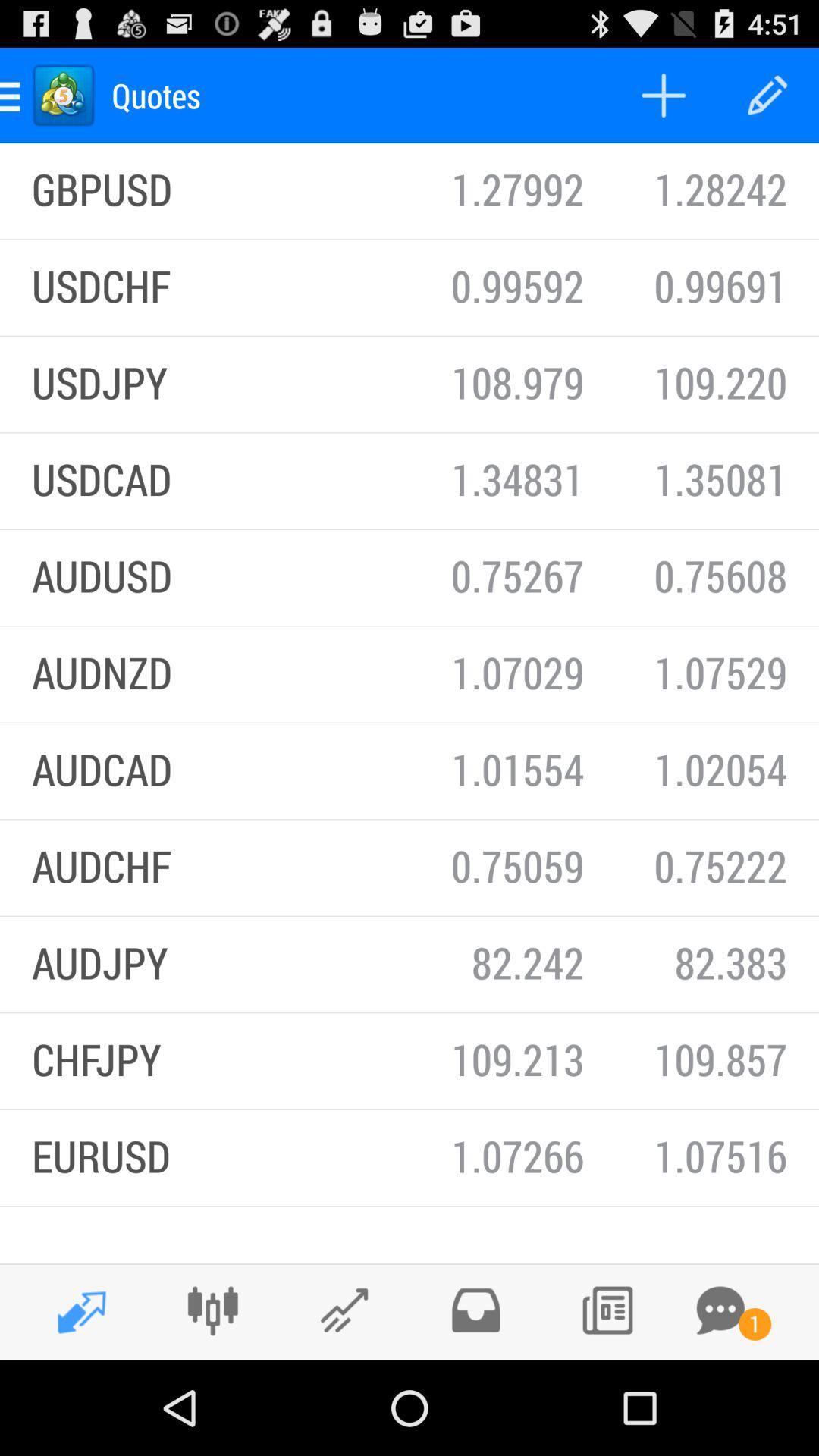 This screenshot has height=1456, width=819. I want to click on the sliders icon, so click(212, 1401).